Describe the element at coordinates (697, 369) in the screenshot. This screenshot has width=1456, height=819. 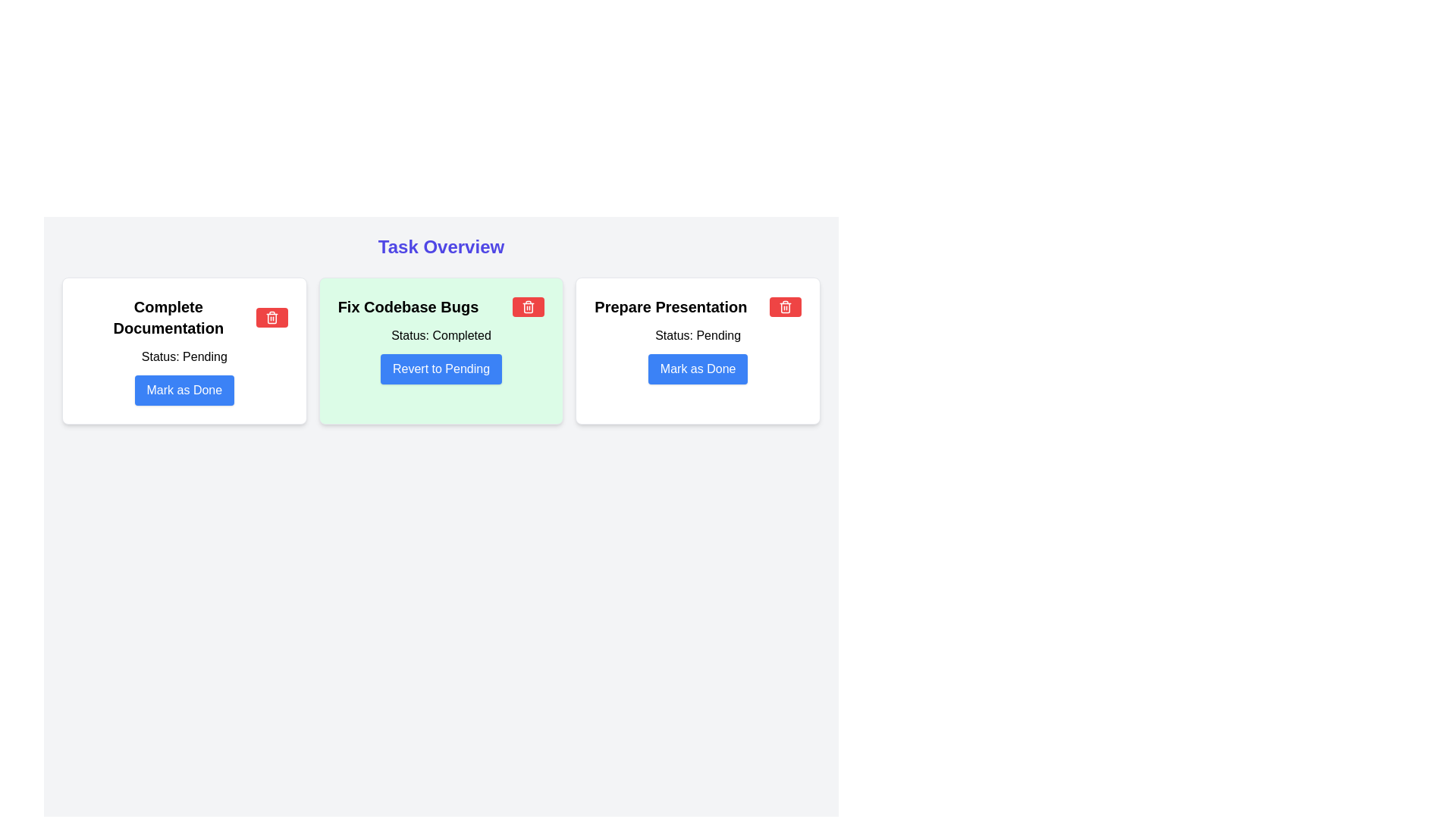
I see `the 'mark as done' button located at the bottom of the rightmost card in the grid layout, below the 'Prepare Presentation' title and 'Status: Pending' label, to observe a visual state change` at that location.